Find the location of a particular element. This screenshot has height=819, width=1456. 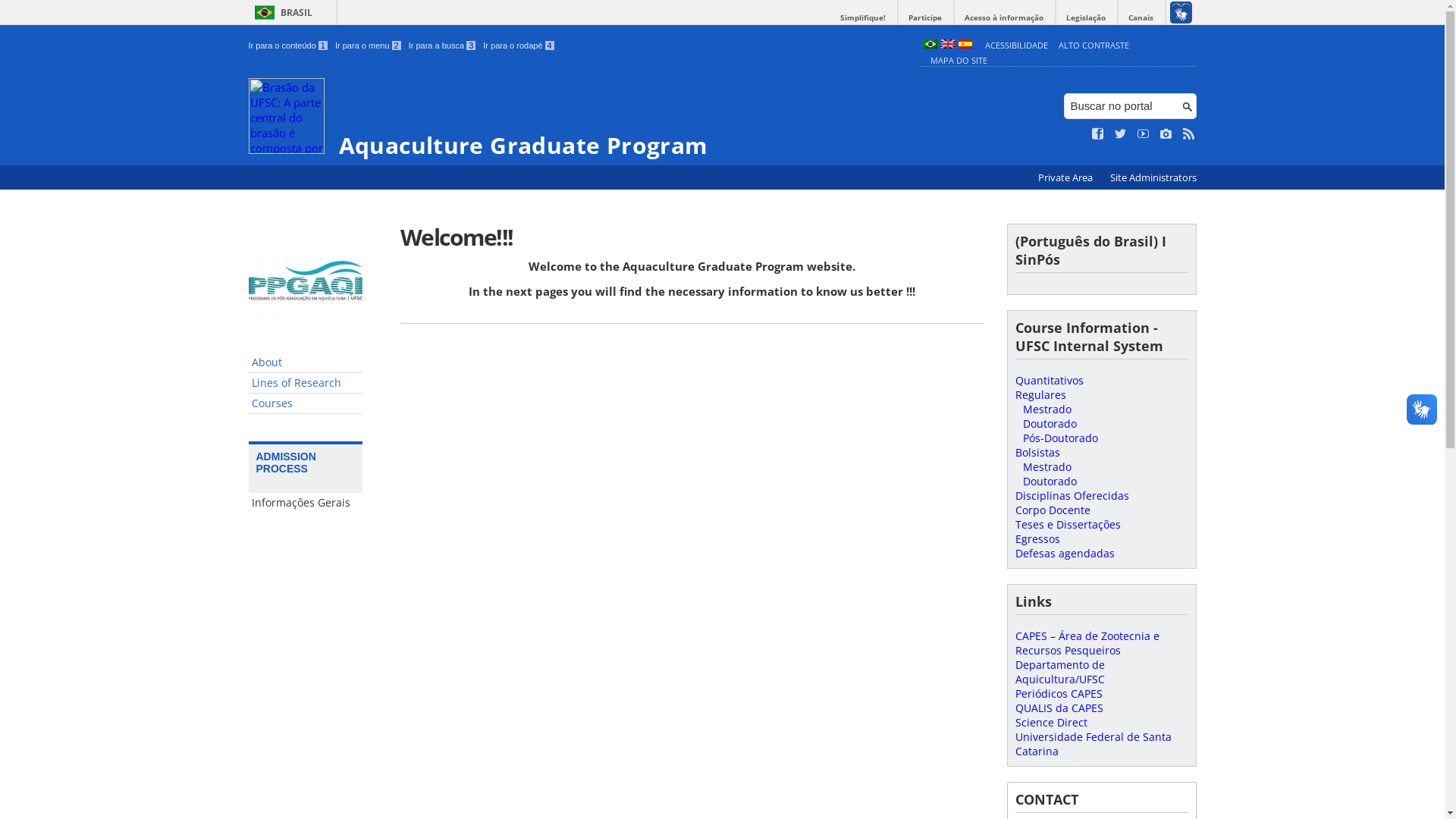

'Participe' is located at coordinates (924, 17).